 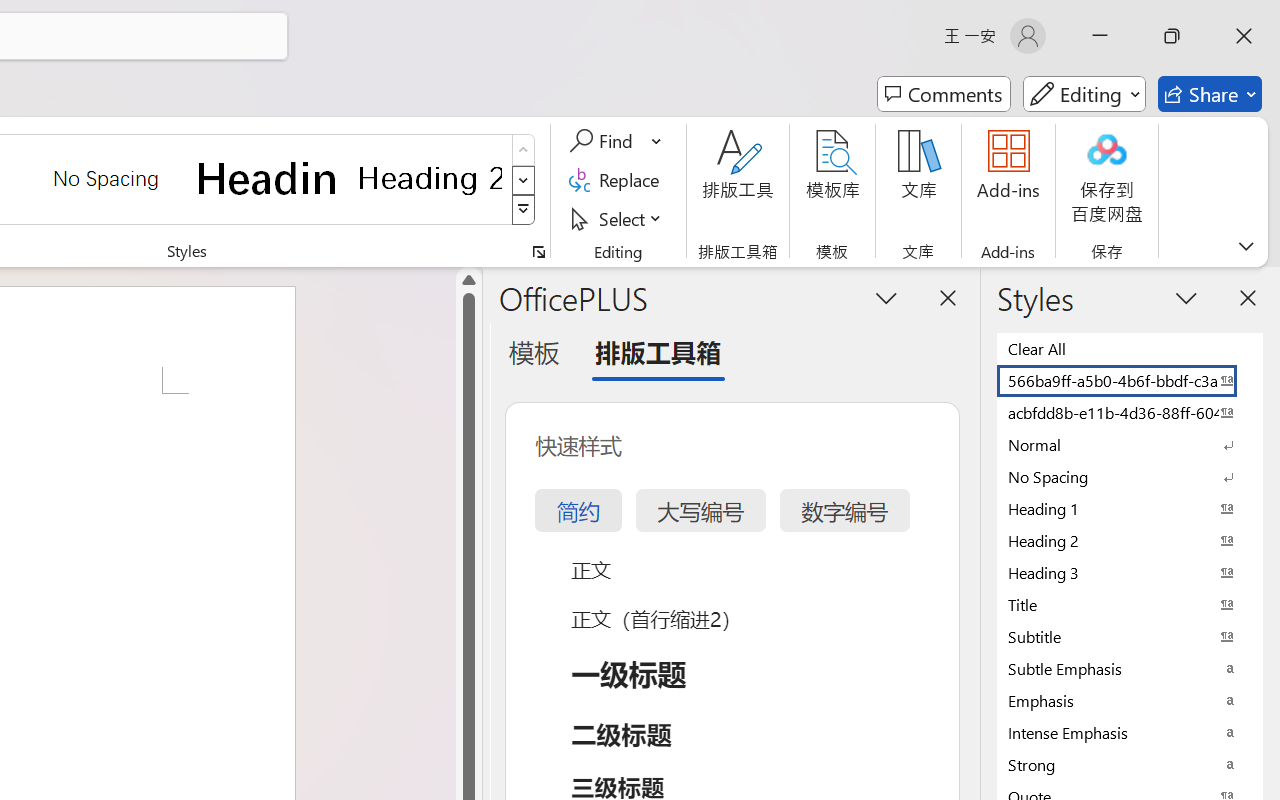 I want to click on 'Heading 2', so click(x=429, y=177).